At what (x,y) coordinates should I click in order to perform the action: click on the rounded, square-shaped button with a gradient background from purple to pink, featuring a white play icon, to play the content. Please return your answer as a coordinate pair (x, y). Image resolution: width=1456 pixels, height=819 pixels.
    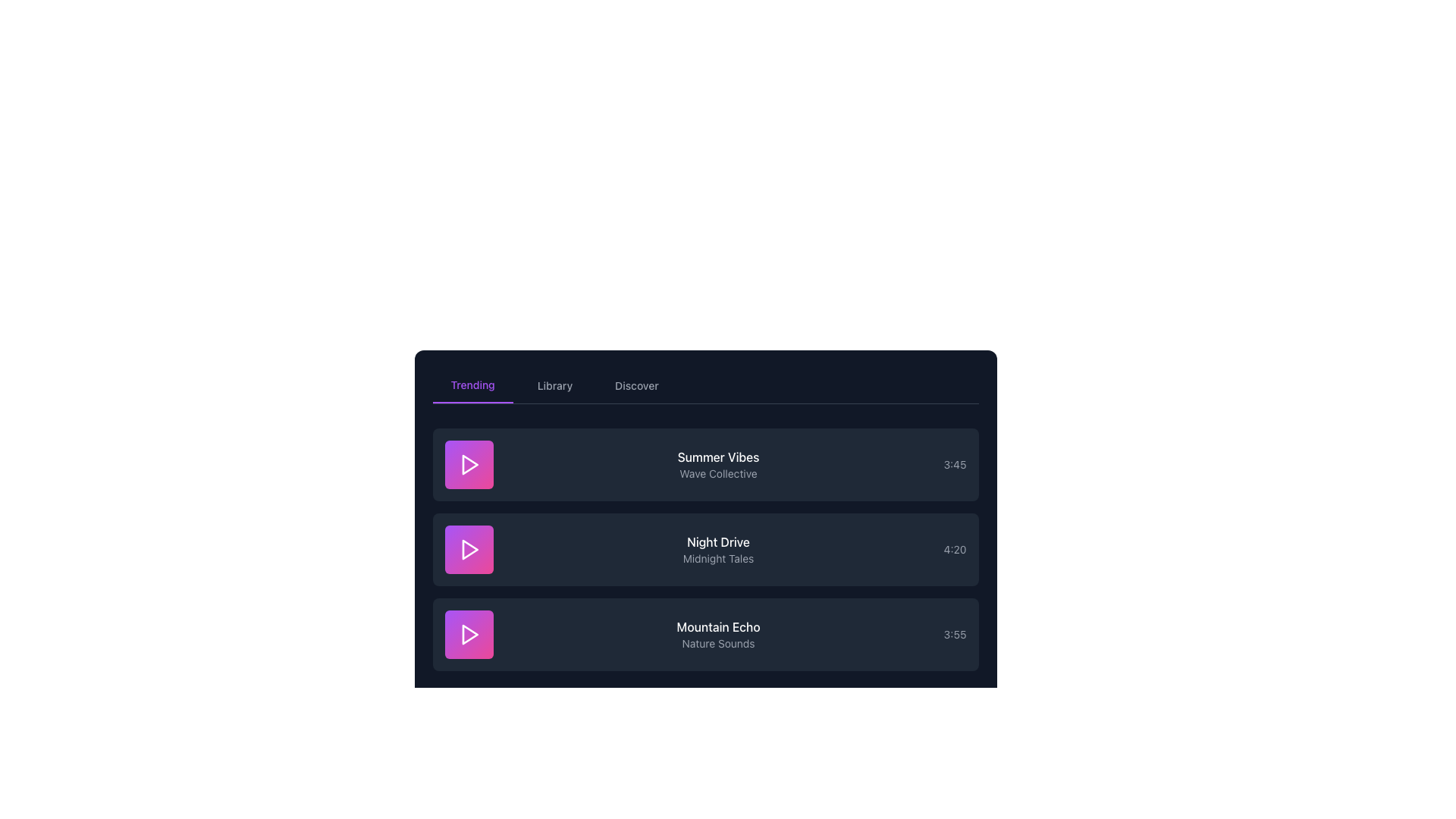
    Looking at the image, I should click on (468, 464).